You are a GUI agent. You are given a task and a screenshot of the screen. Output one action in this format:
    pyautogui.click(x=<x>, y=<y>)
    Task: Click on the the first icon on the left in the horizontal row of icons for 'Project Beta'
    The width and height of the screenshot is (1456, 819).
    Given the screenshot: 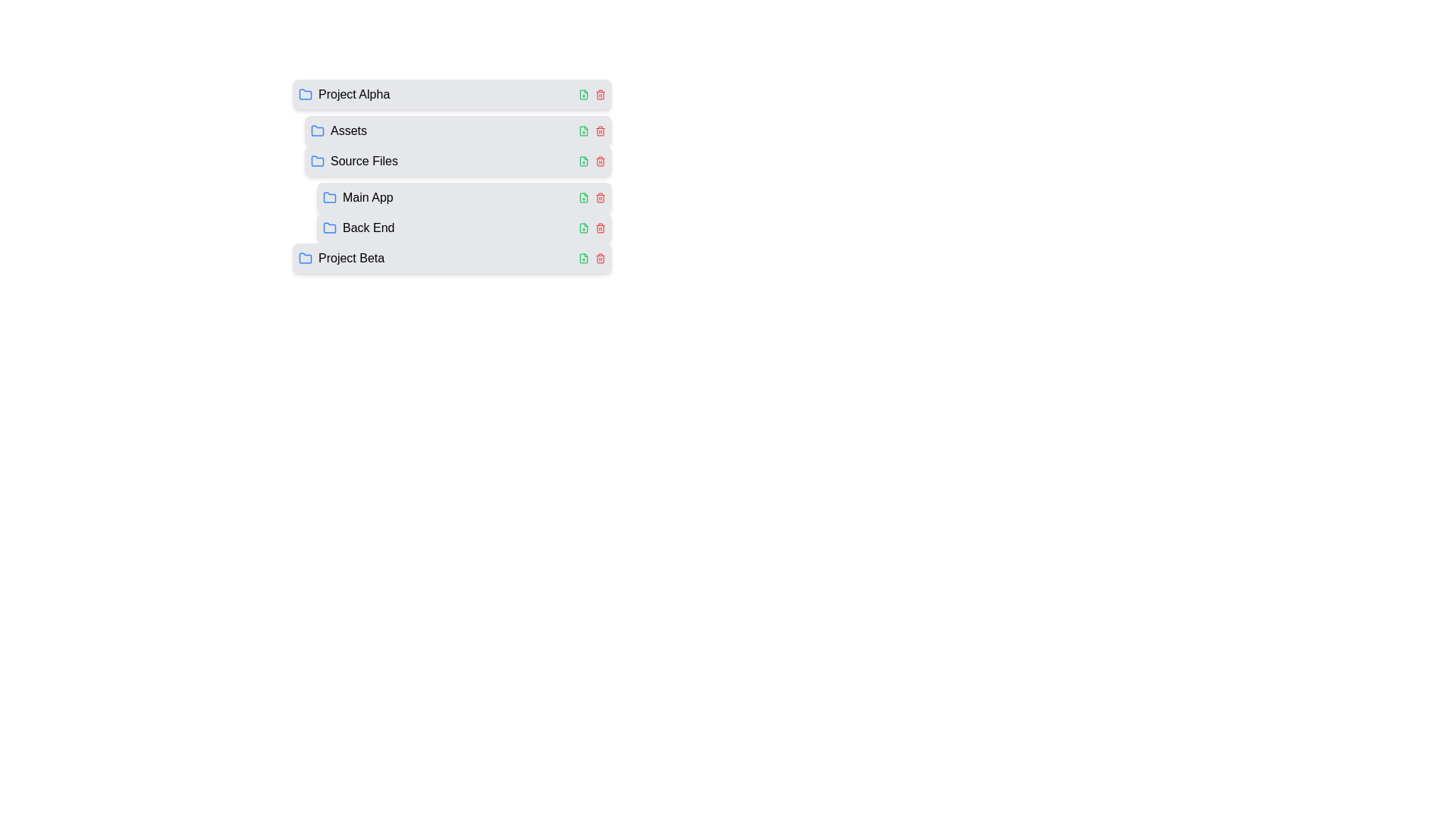 What is the action you would take?
    pyautogui.click(x=582, y=257)
    